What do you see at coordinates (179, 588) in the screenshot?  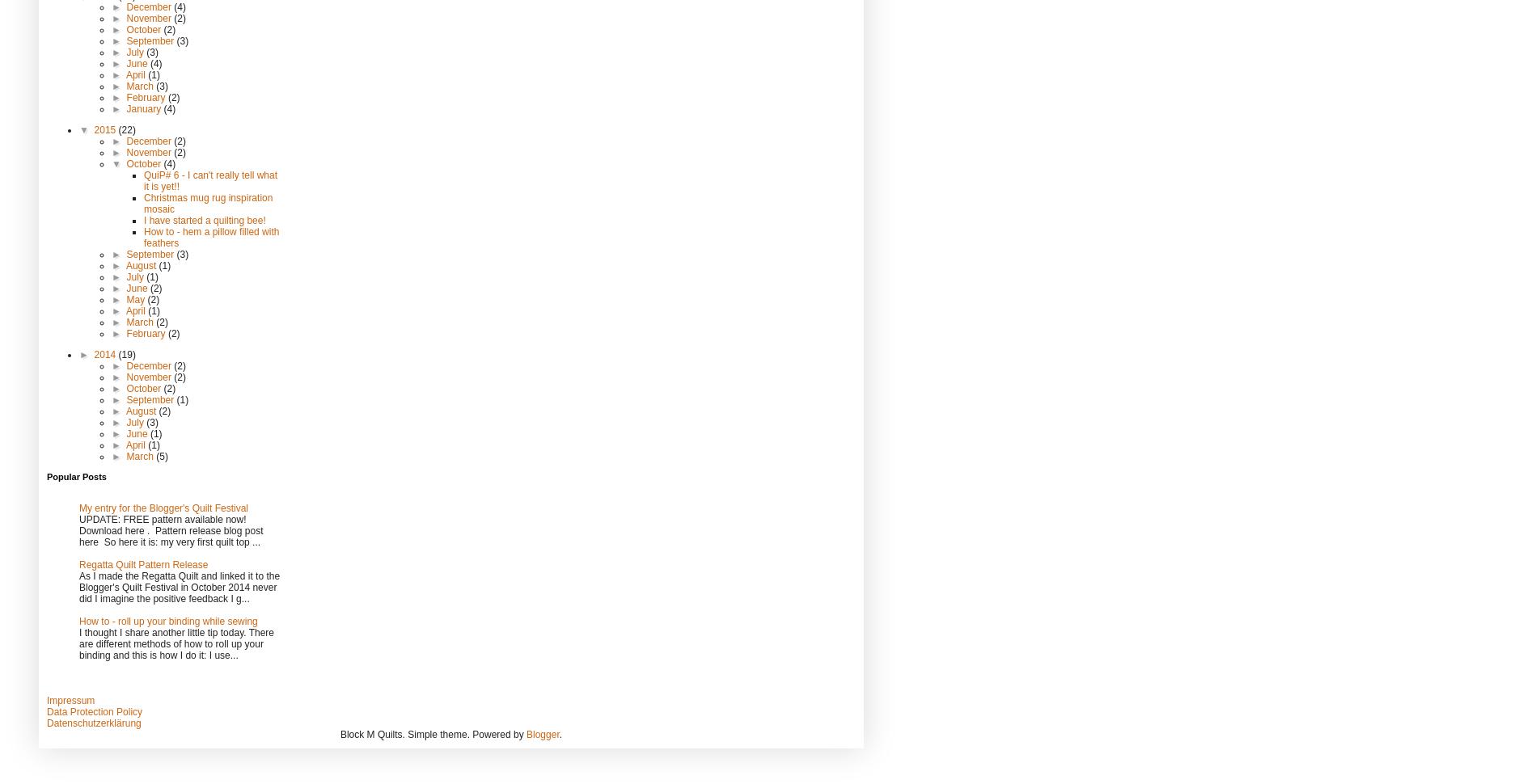 I see `'As I made the Regatta Quilt and linked it to the Blogger's Quilt Festival in October 2014  never did I imagine the positive feedback I g...'` at bounding box center [179, 588].